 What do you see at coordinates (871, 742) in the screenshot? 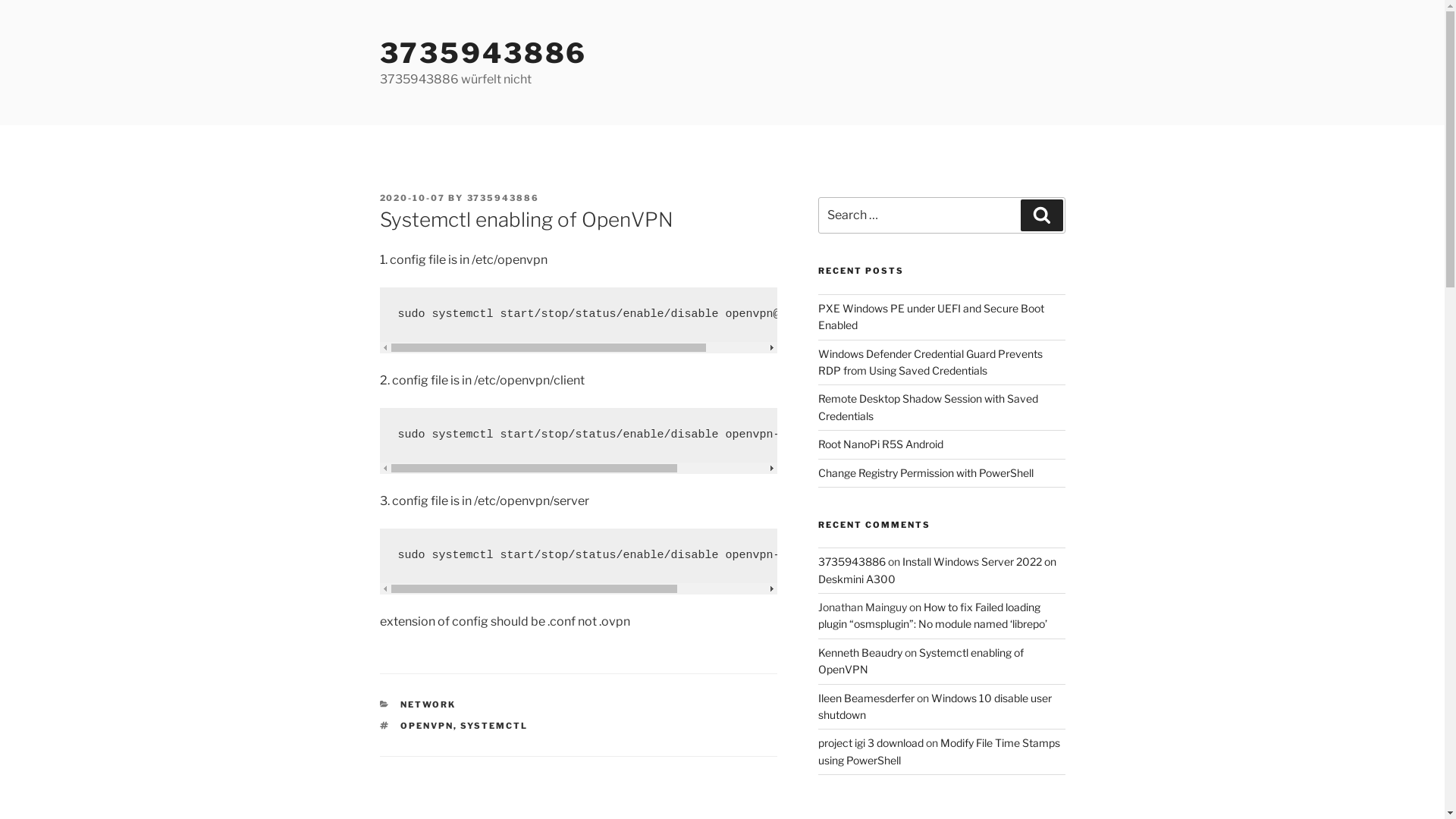
I see `'project igi 3 download'` at bounding box center [871, 742].